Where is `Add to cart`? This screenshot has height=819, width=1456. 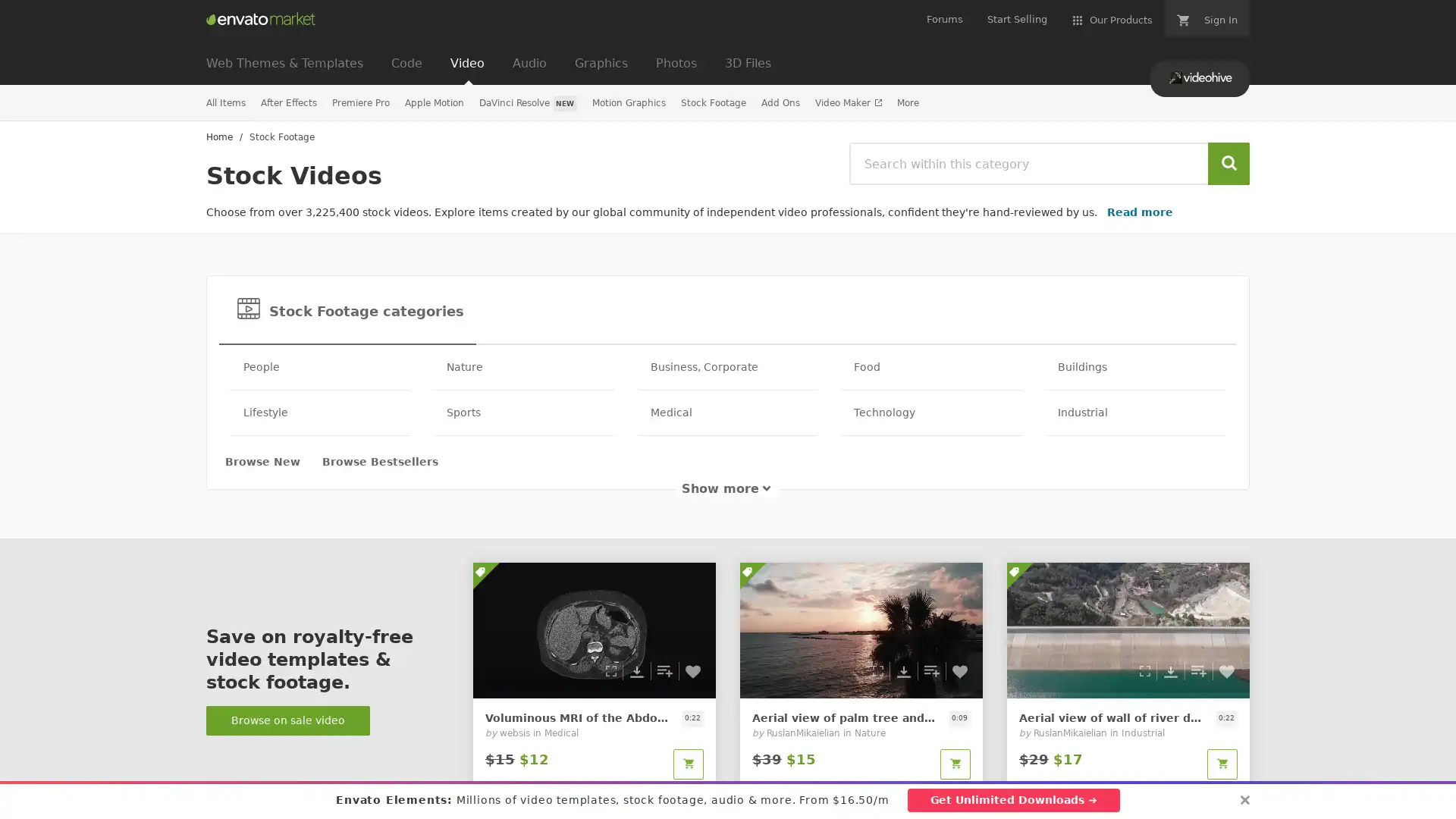
Add to cart is located at coordinates (687, 764).